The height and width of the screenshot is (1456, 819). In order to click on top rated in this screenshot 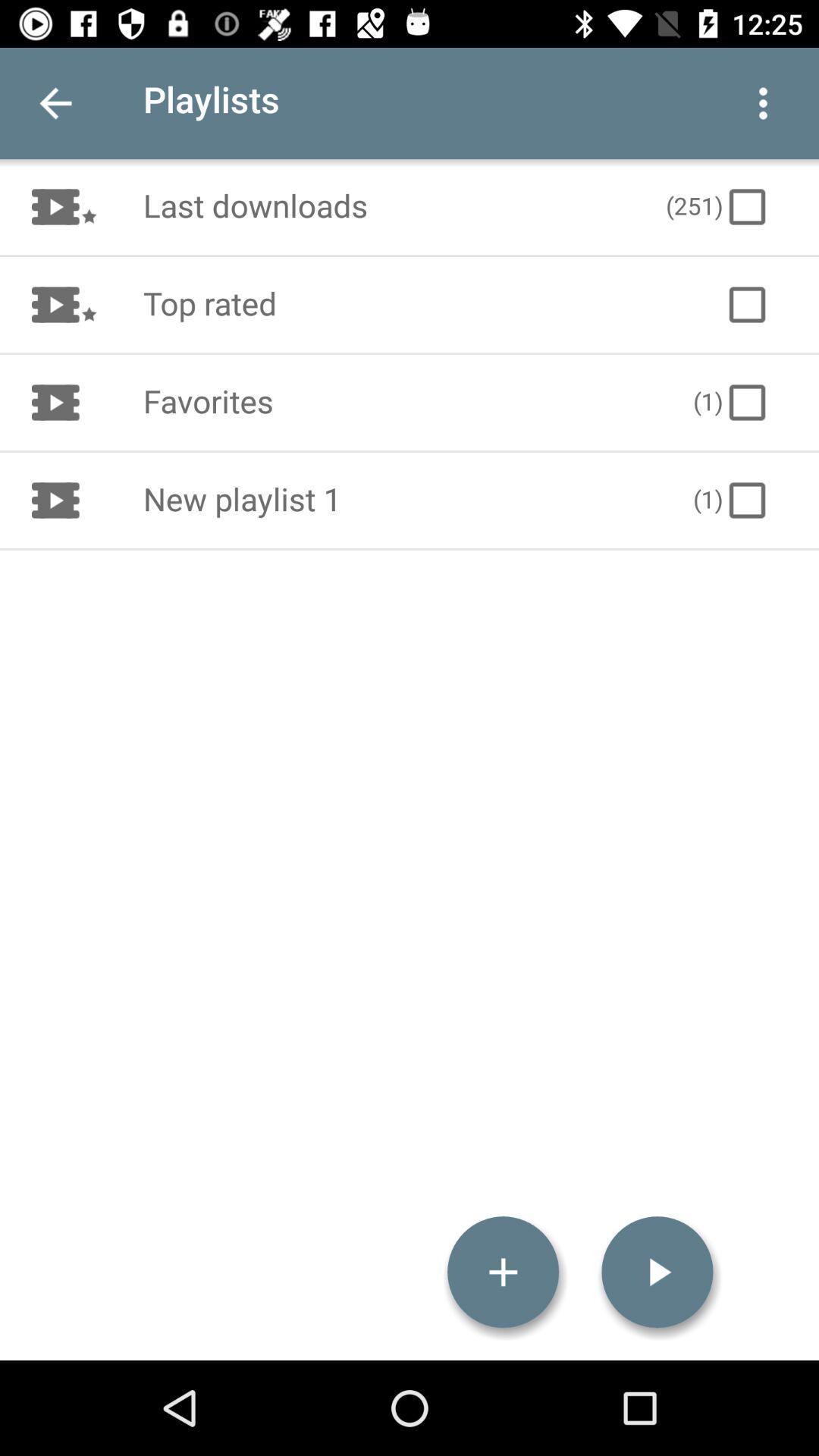, I will do `click(417, 304)`.